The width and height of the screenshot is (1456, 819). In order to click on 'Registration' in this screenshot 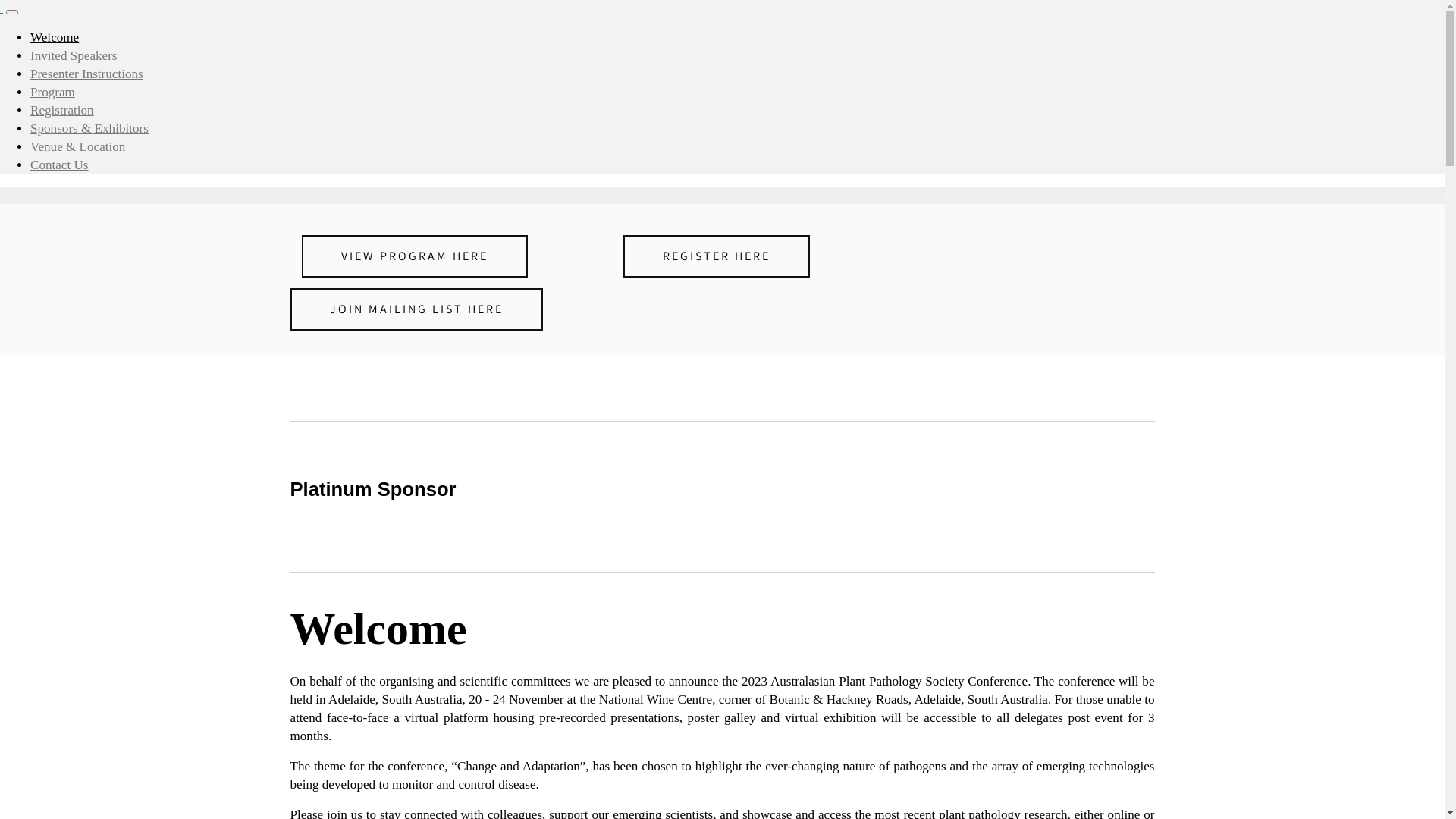, I will do `click(61, 109)`.